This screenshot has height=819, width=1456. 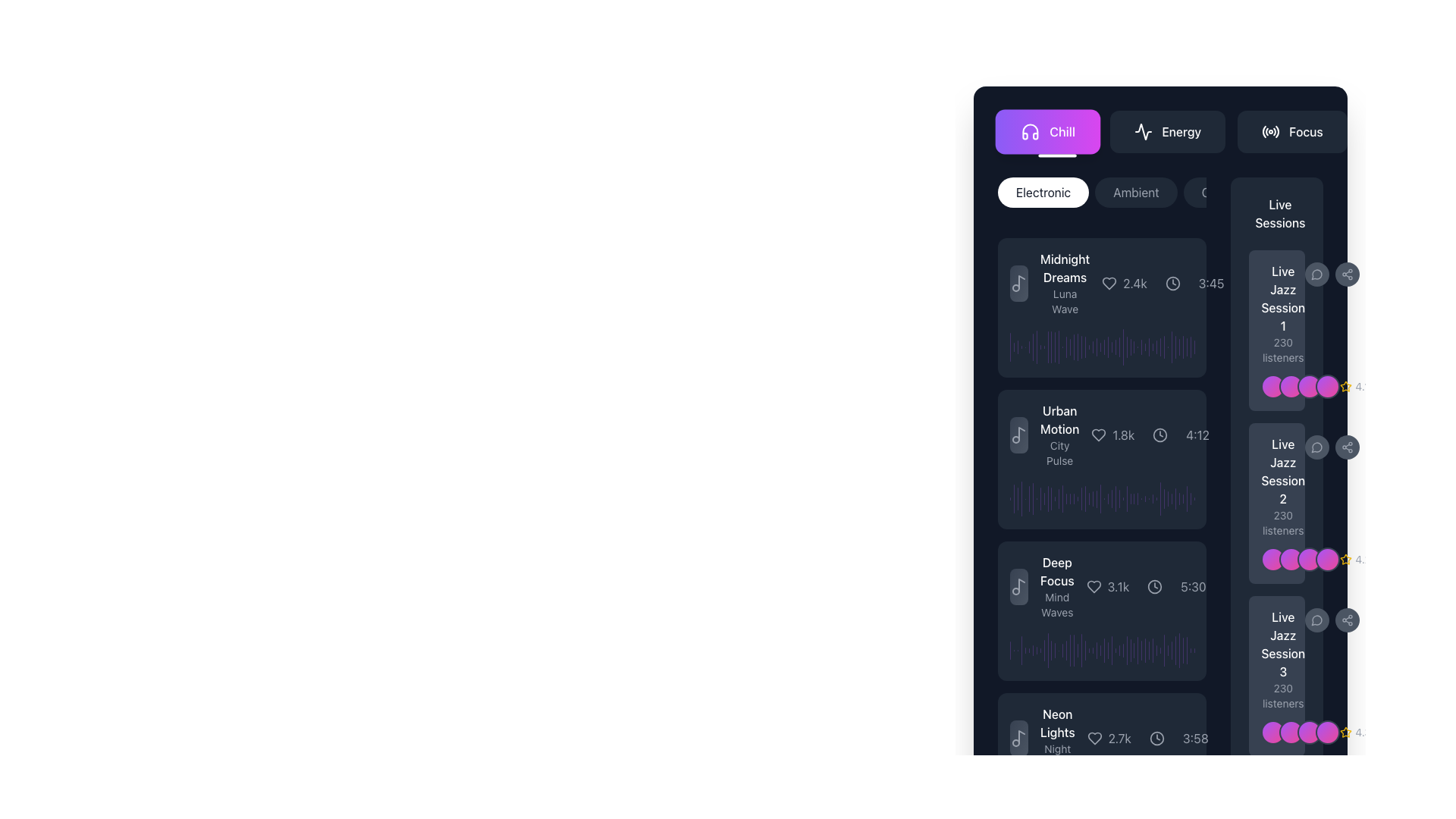 What do you see at coordinates (1282, 312) in the screenshot?
I see `the descriptive information panel for 'Live Jazz Session 1' which displays '230 listeners' in the 'Live Sessions' column` at bounding box center [1282, 312].